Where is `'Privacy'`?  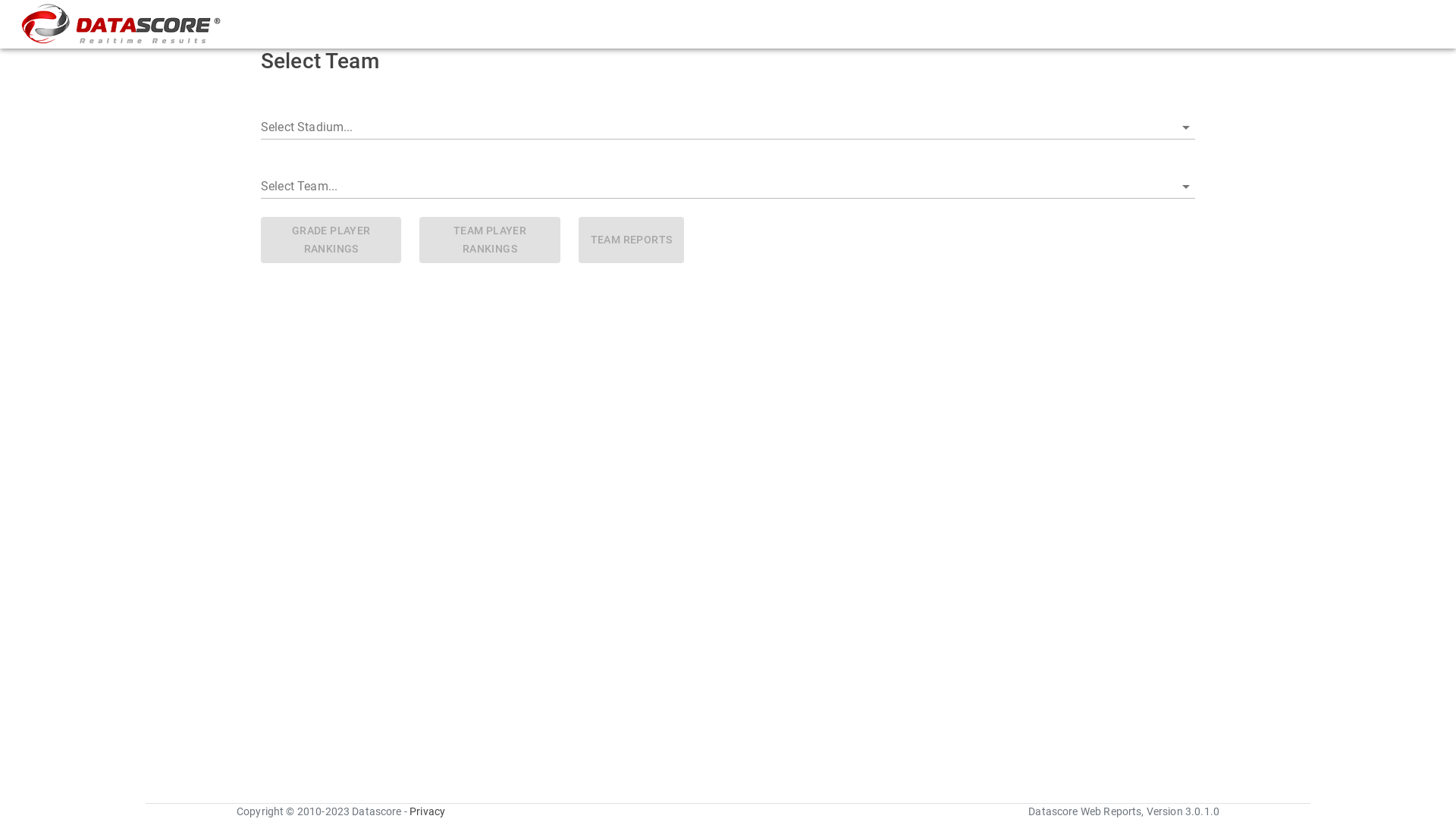
'Privacy' is located at coordinates (450, 811).